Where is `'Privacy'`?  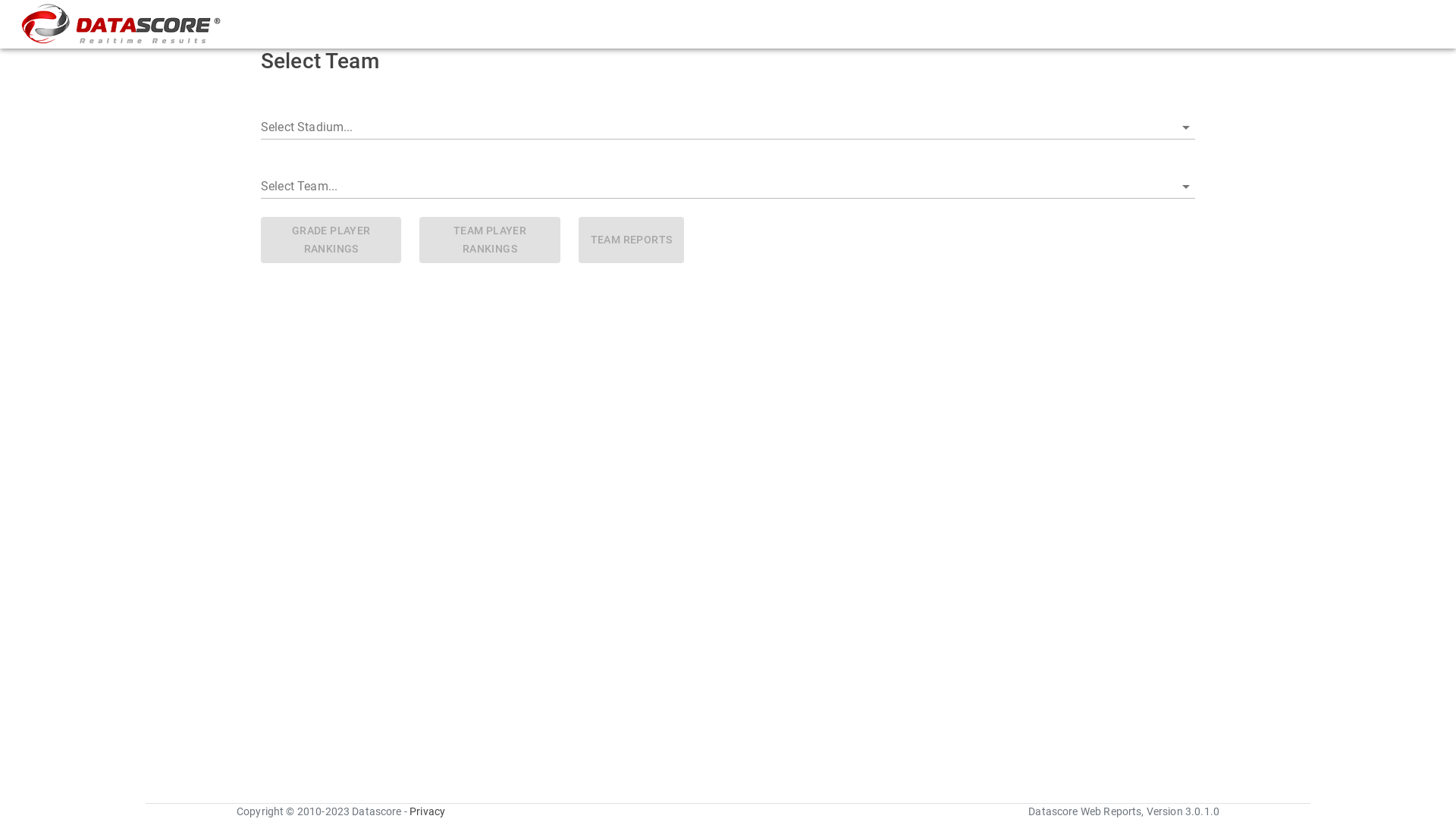
'Privacy' is located at coordinates (450, 811).